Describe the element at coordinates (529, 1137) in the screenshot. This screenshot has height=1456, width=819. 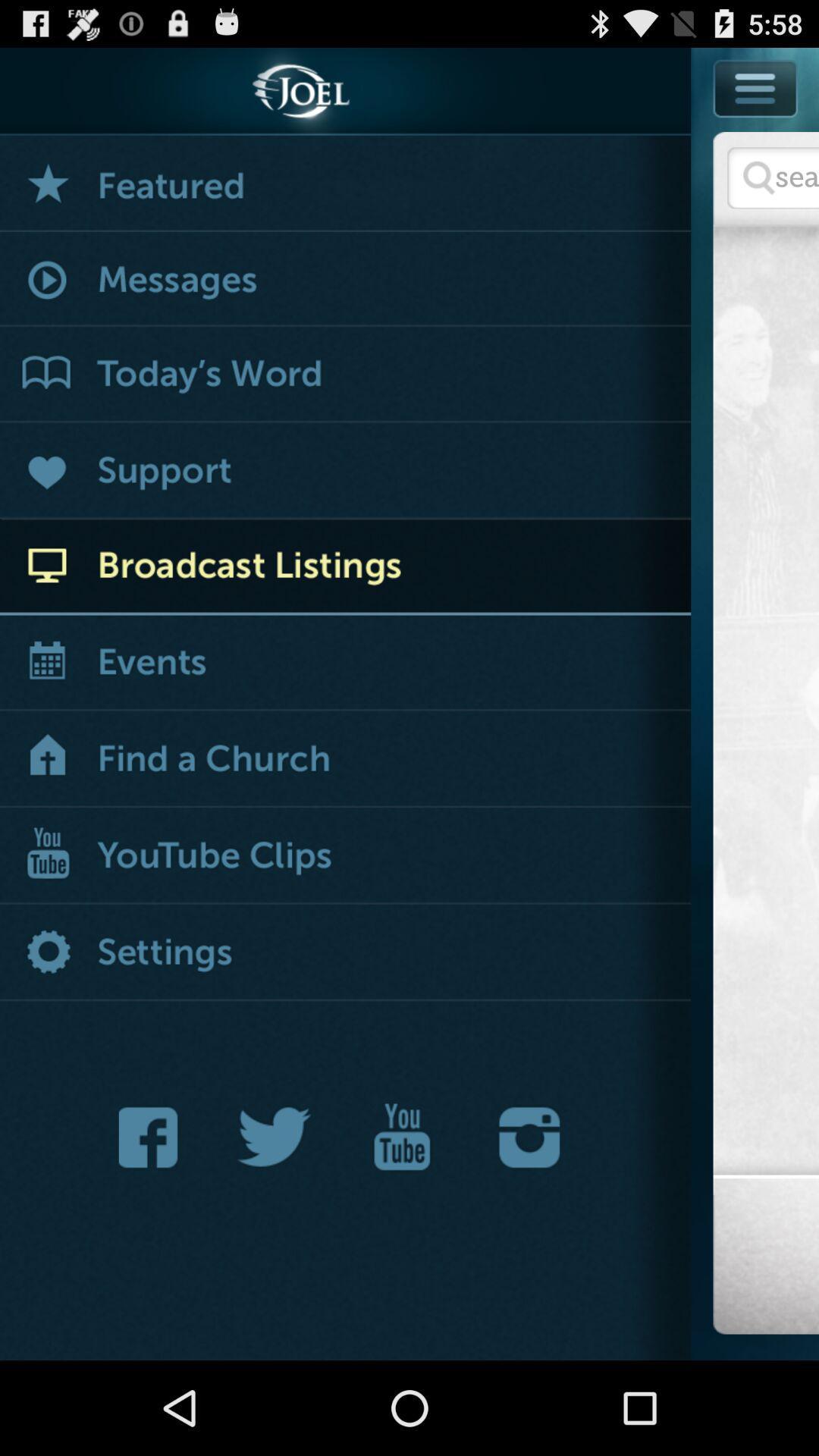
I see `joel 's instagram` at that location.